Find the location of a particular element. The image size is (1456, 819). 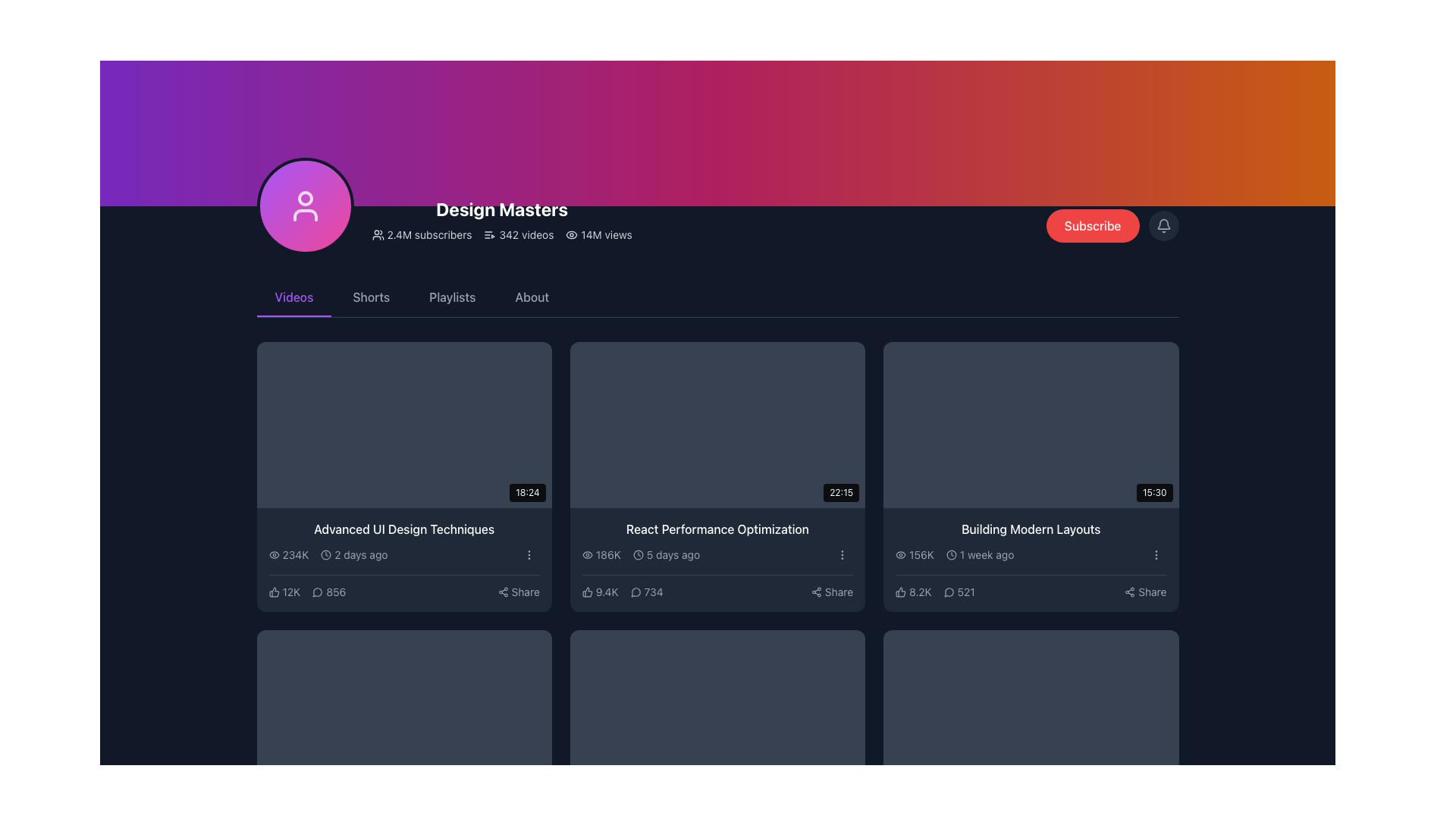

the comment count indicator, which is located to the right of the '9.4K' thumbs-up icon and to the left of the 'Share' text label in the bottom section of the middle card is located at coordinates (647, 591).